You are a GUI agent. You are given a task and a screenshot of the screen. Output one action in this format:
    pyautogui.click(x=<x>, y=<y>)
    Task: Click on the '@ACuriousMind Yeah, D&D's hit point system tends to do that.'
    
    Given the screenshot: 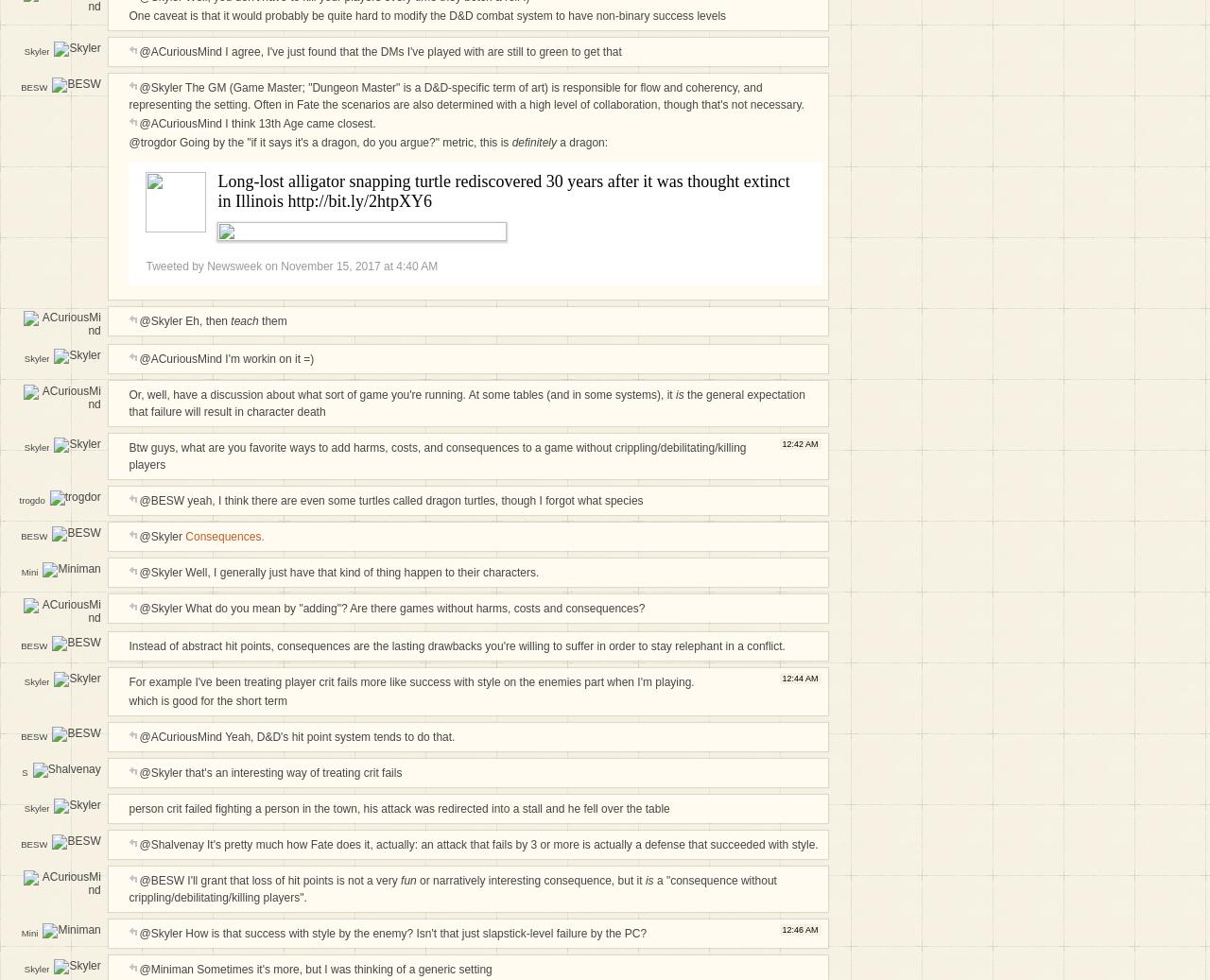 What is the action you would take?
    pyautogui.click(x=295, y=735)
    